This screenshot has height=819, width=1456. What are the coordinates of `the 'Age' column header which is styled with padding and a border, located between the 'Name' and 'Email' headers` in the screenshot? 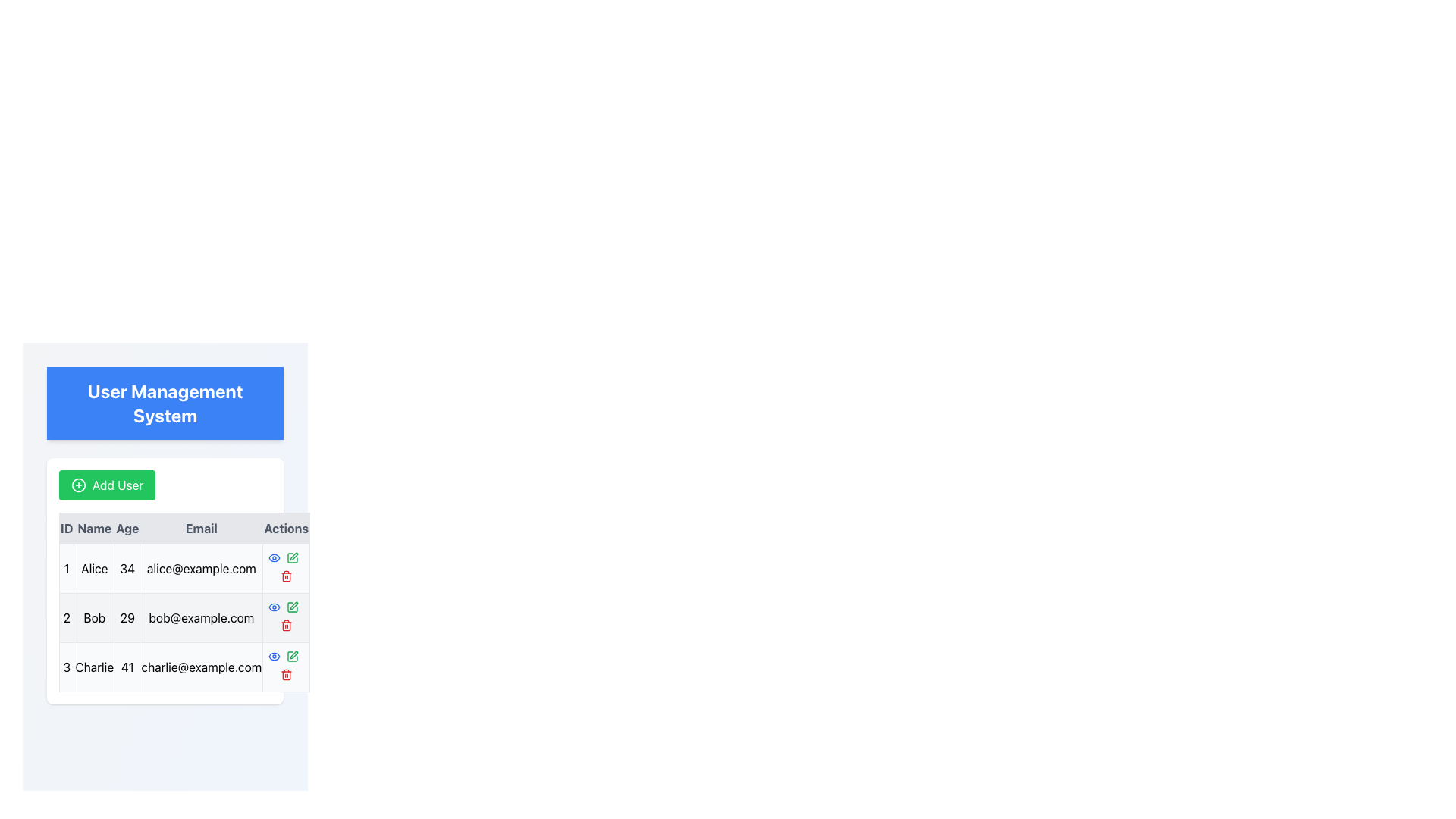 It's located at (127, 528).